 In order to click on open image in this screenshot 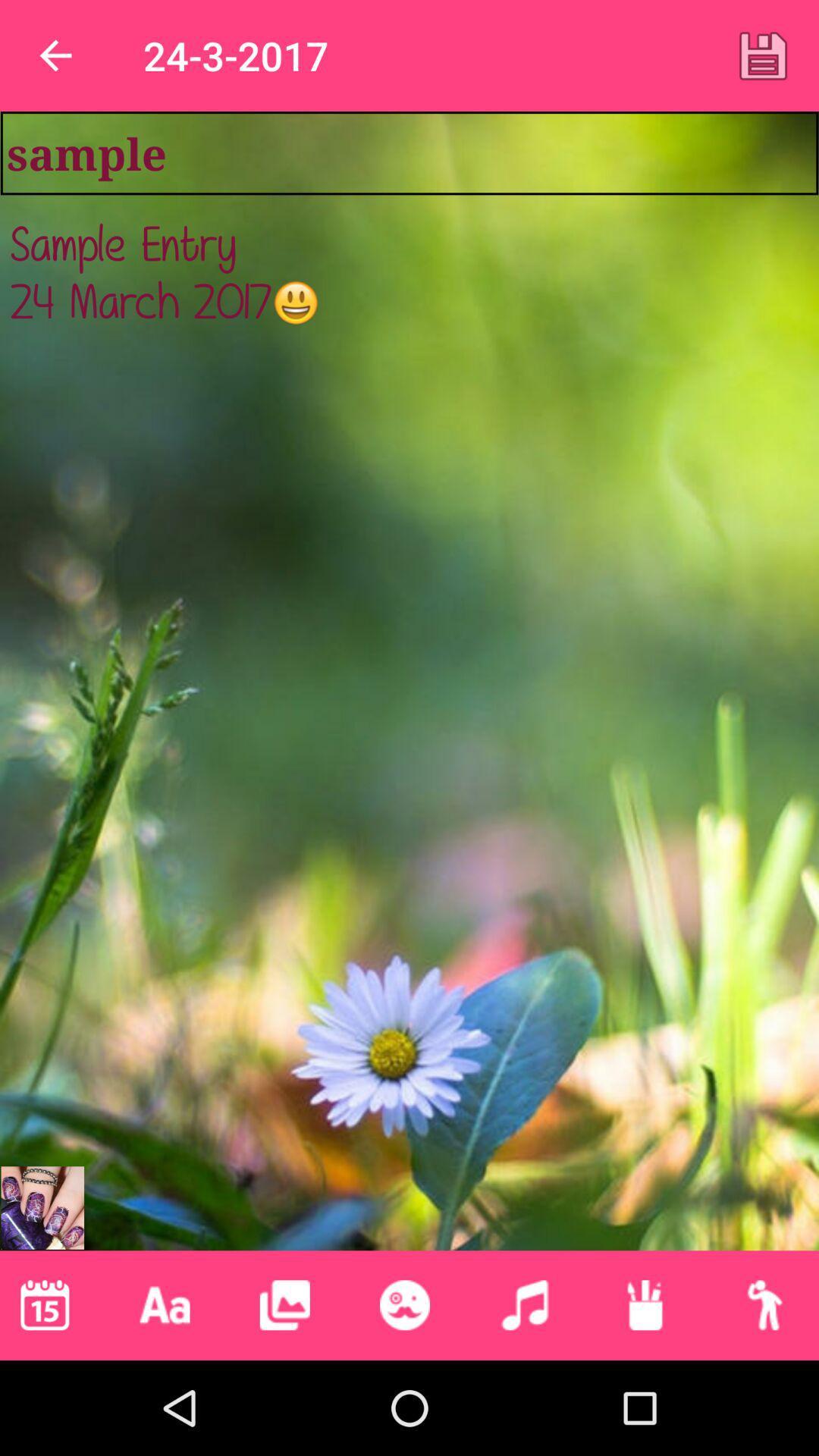, I will do `click(42, 1207)`.